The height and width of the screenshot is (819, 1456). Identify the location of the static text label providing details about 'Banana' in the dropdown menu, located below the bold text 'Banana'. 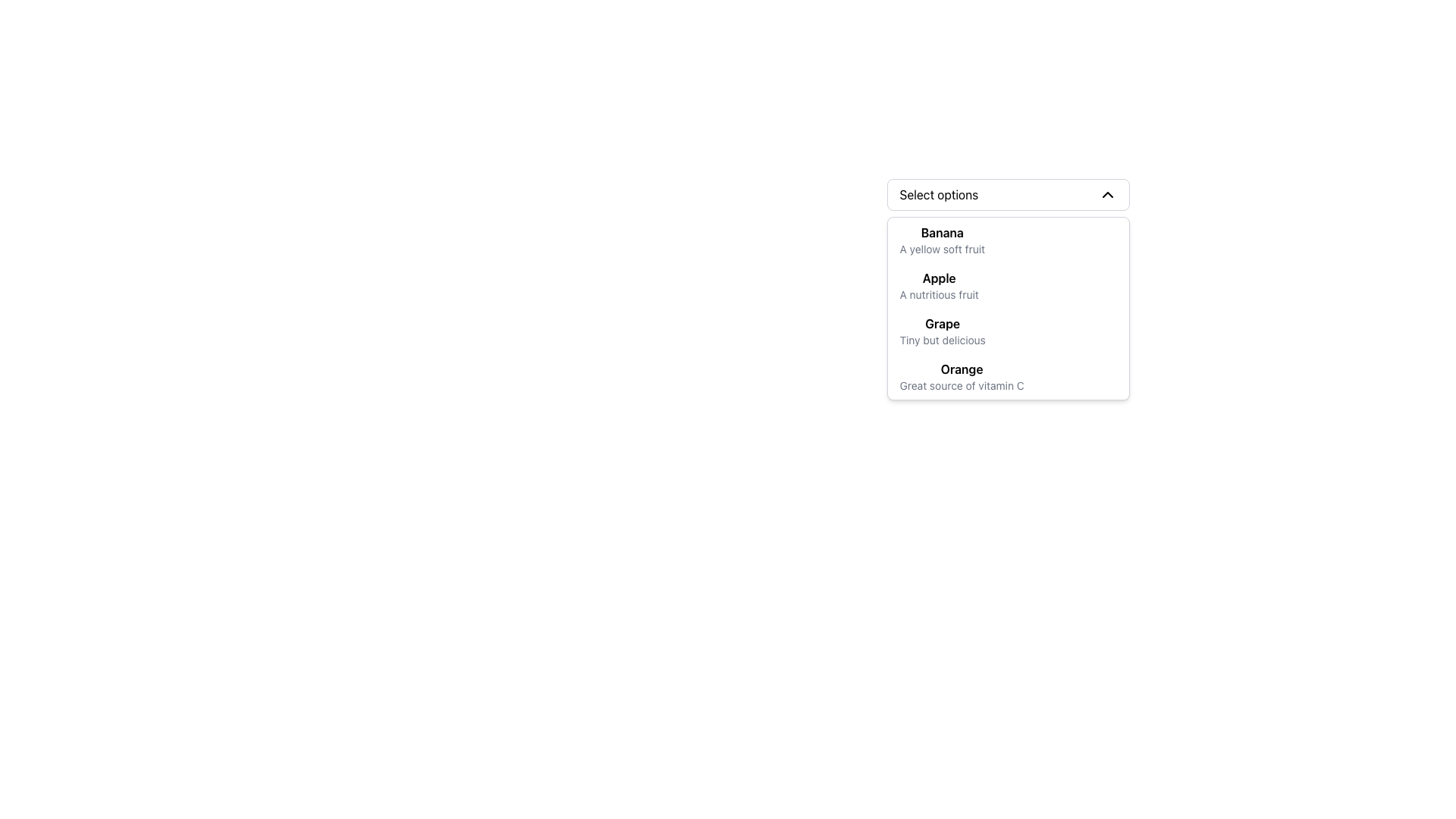
(941, 248).